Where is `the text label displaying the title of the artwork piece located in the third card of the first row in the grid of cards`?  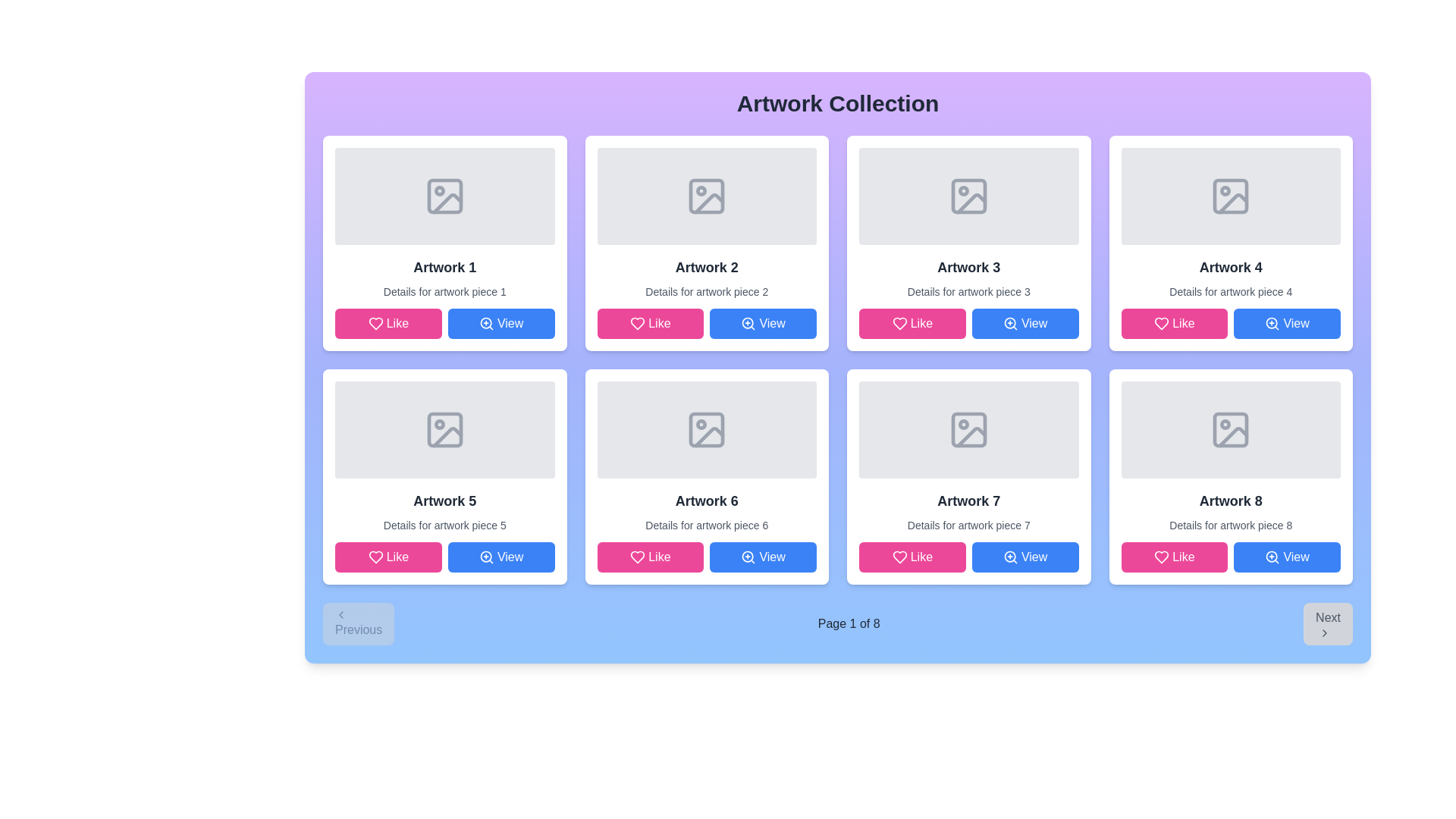 the text label displaying the title of the artwork piece located in the third card of the first row in the grid of cards is located at coordinates (968, 267).